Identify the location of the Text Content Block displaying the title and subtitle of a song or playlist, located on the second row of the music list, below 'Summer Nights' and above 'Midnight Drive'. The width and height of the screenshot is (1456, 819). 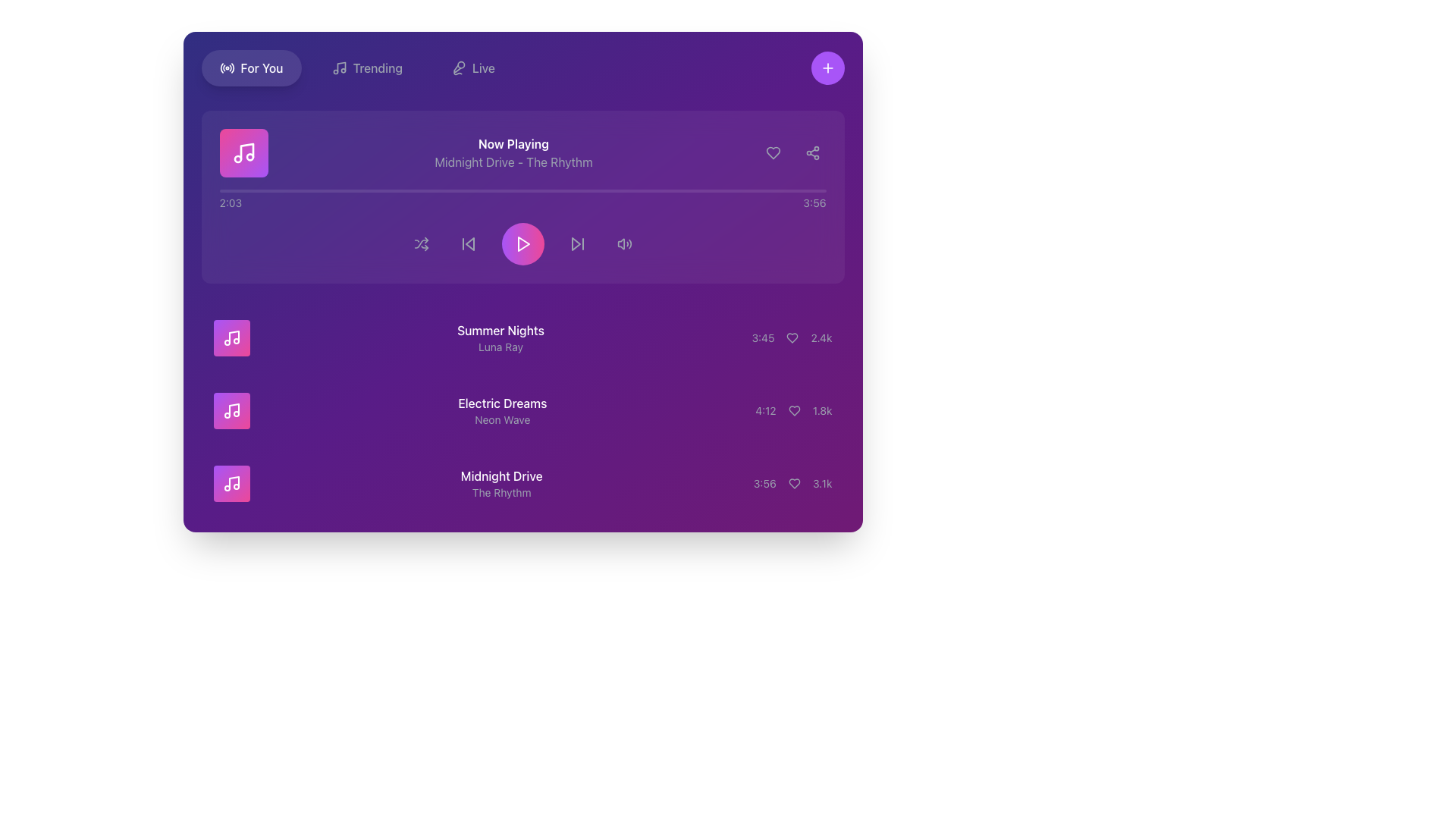
(502, 411).